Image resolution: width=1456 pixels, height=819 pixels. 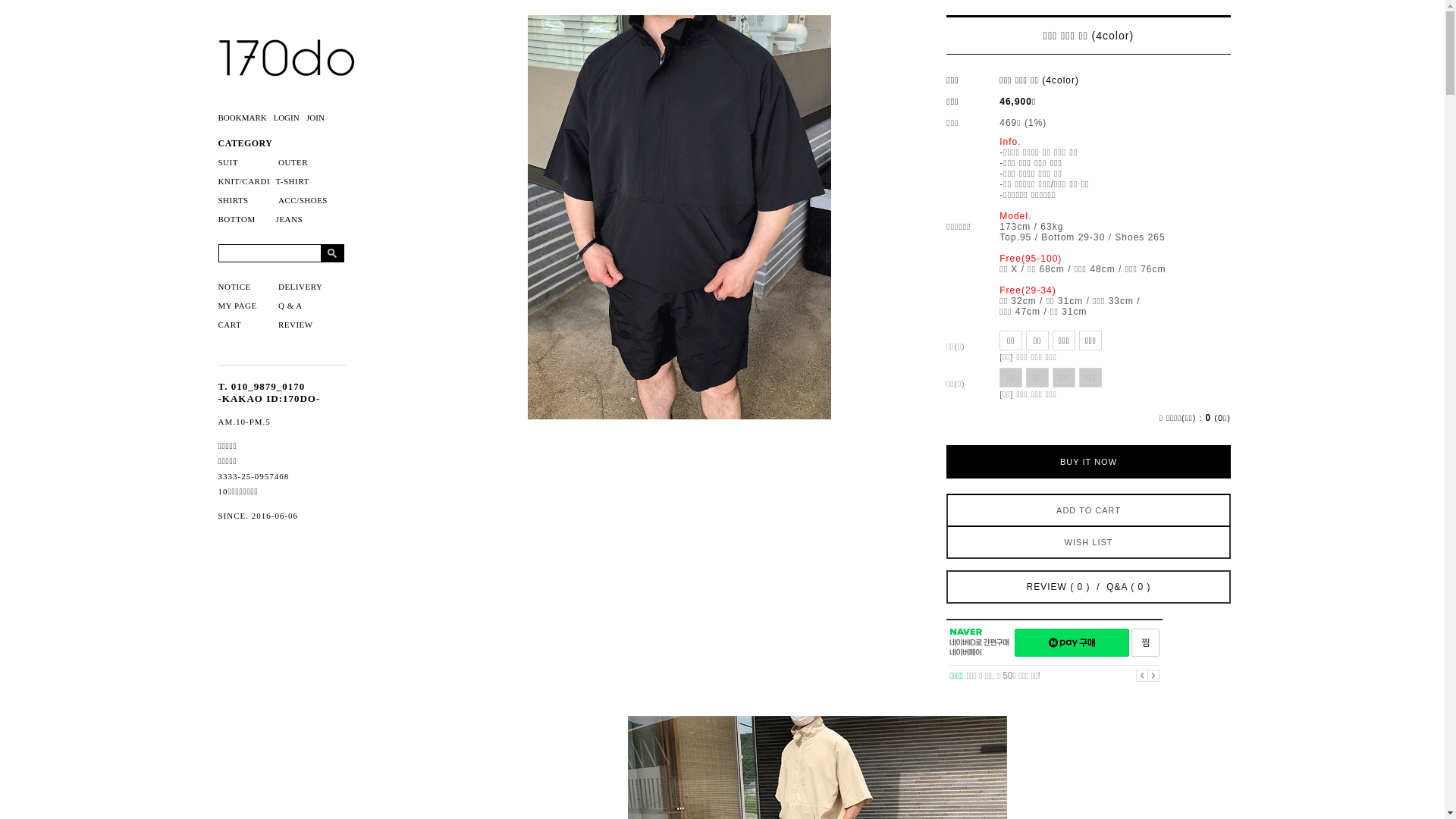 I want to click on 'ADD TO CART', so click(x=1087, y=509).